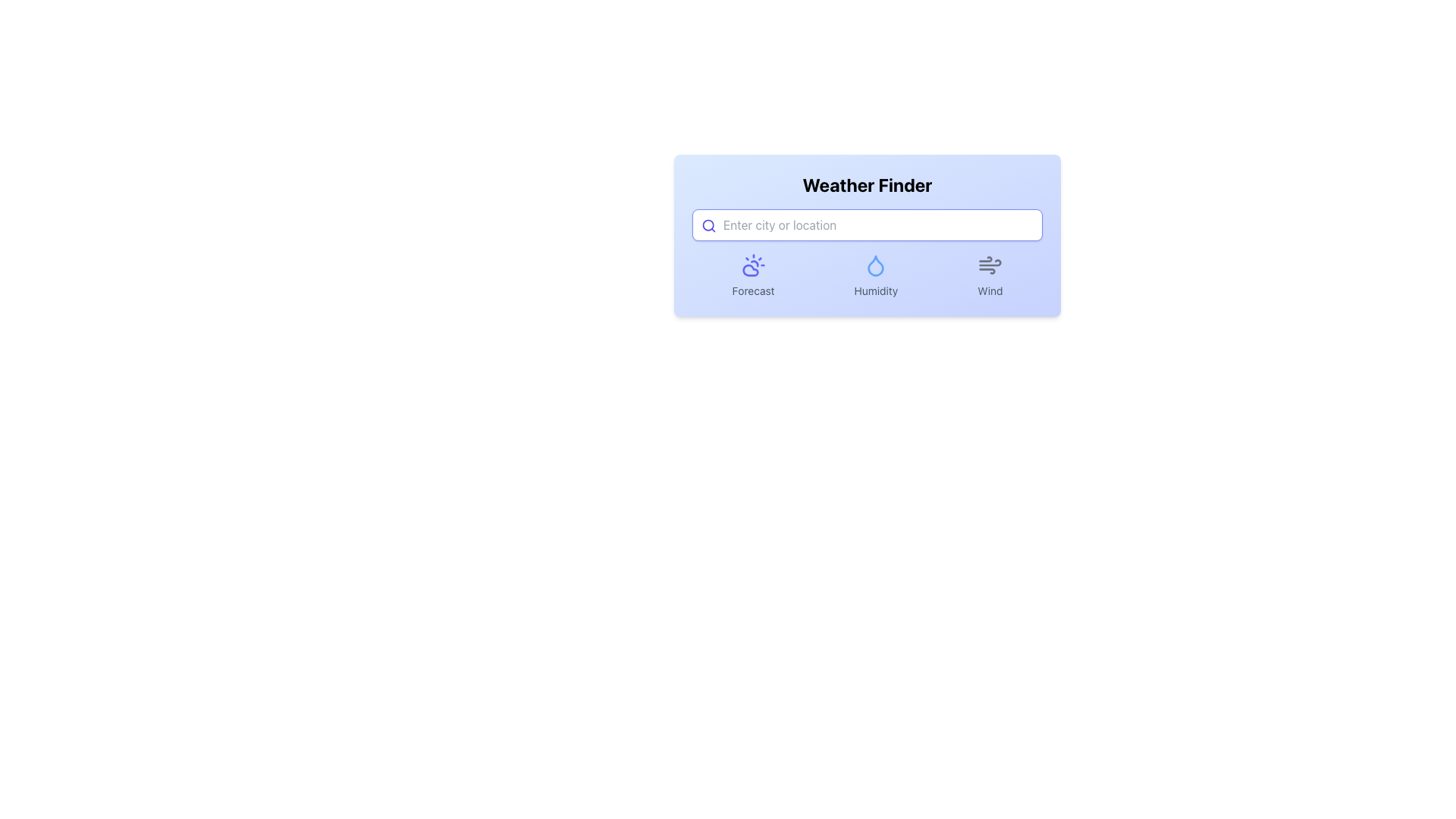 The height and width of the screenshot is (819, 1456). Describe the element at coordinates (708, 225) in the screenshot. I see `the search icon located at the top left corner of the input field before the placeholder text 'Enter city or location' in the Weather Finder interface` at that location.